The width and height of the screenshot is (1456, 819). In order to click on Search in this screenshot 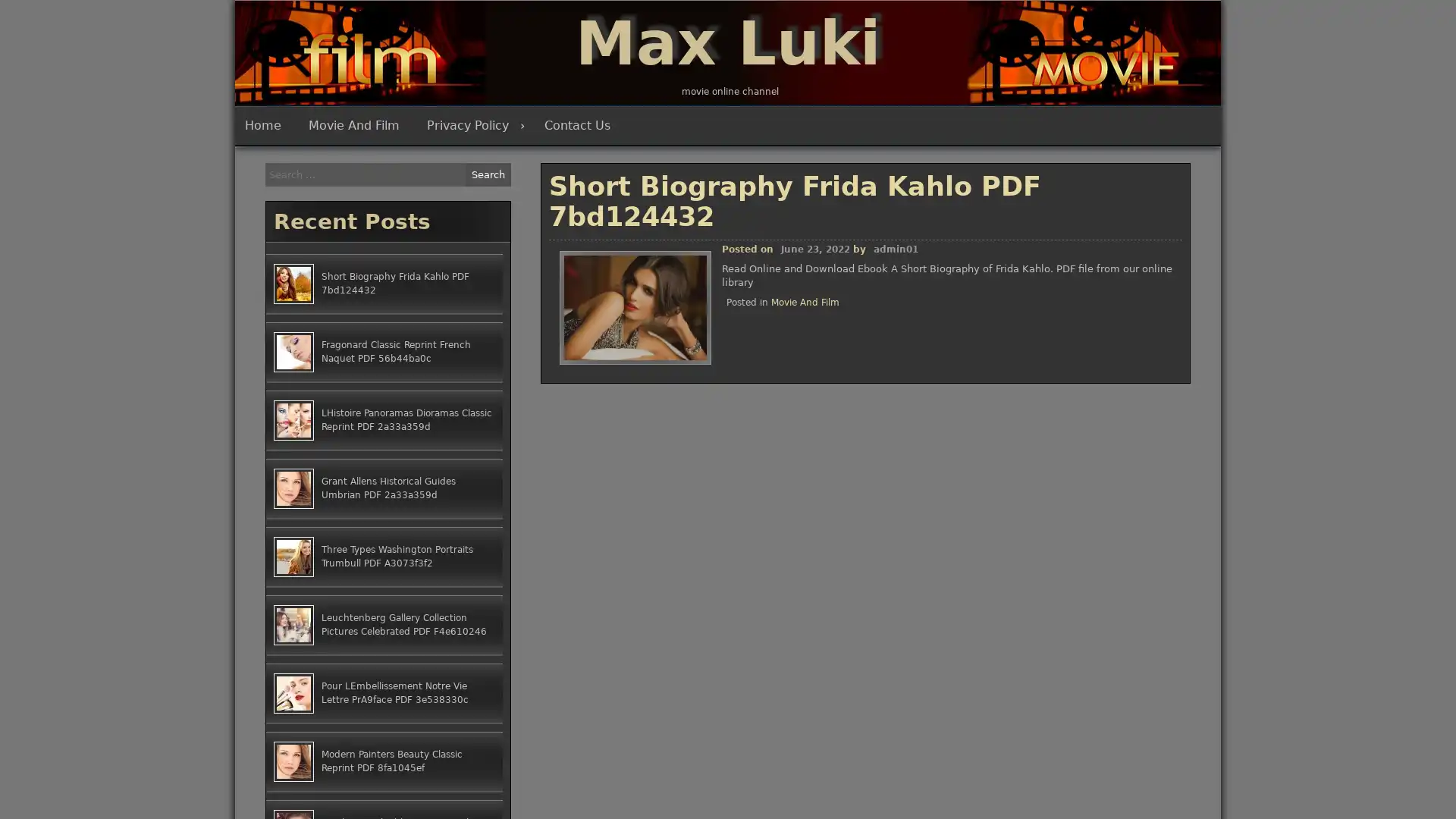, I will do `click(488, 174)`.